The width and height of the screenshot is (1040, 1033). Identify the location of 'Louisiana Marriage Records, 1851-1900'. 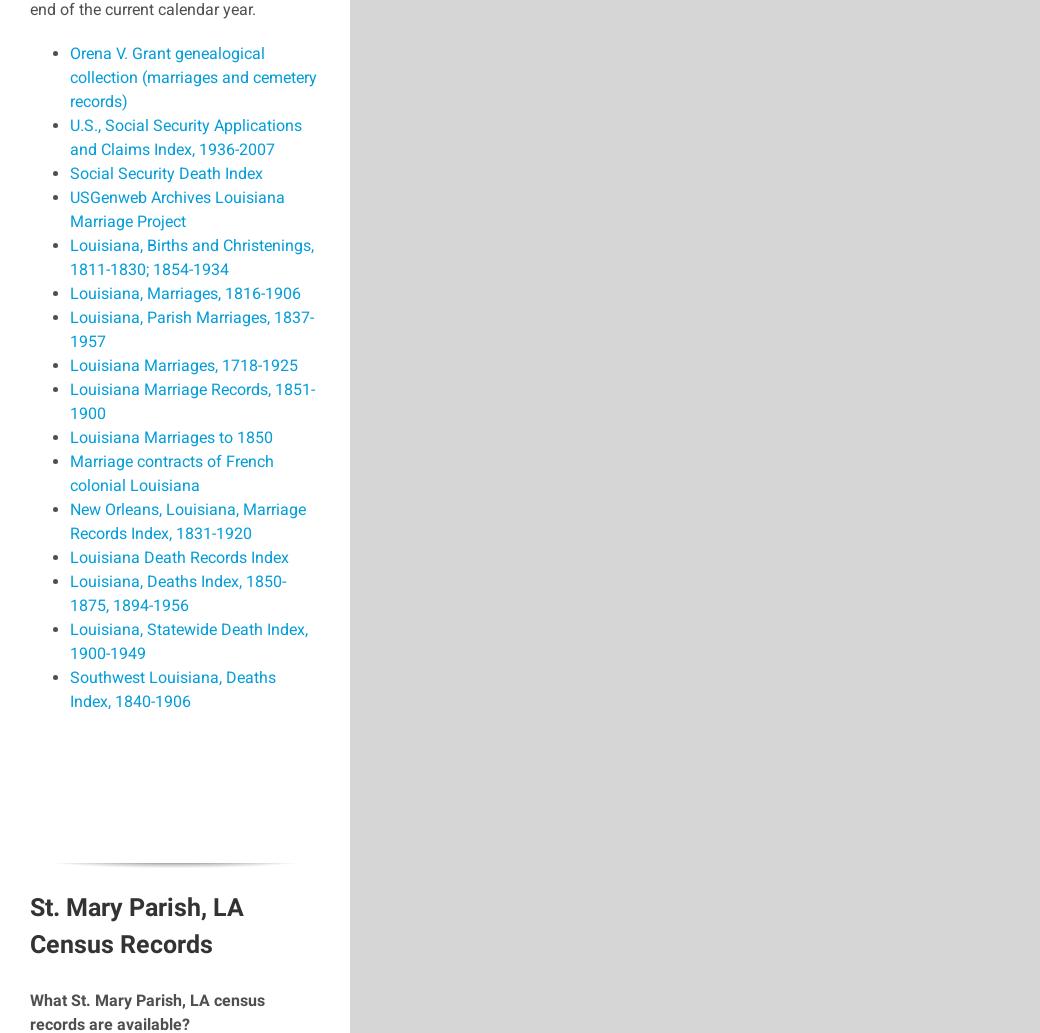
(192, 401).